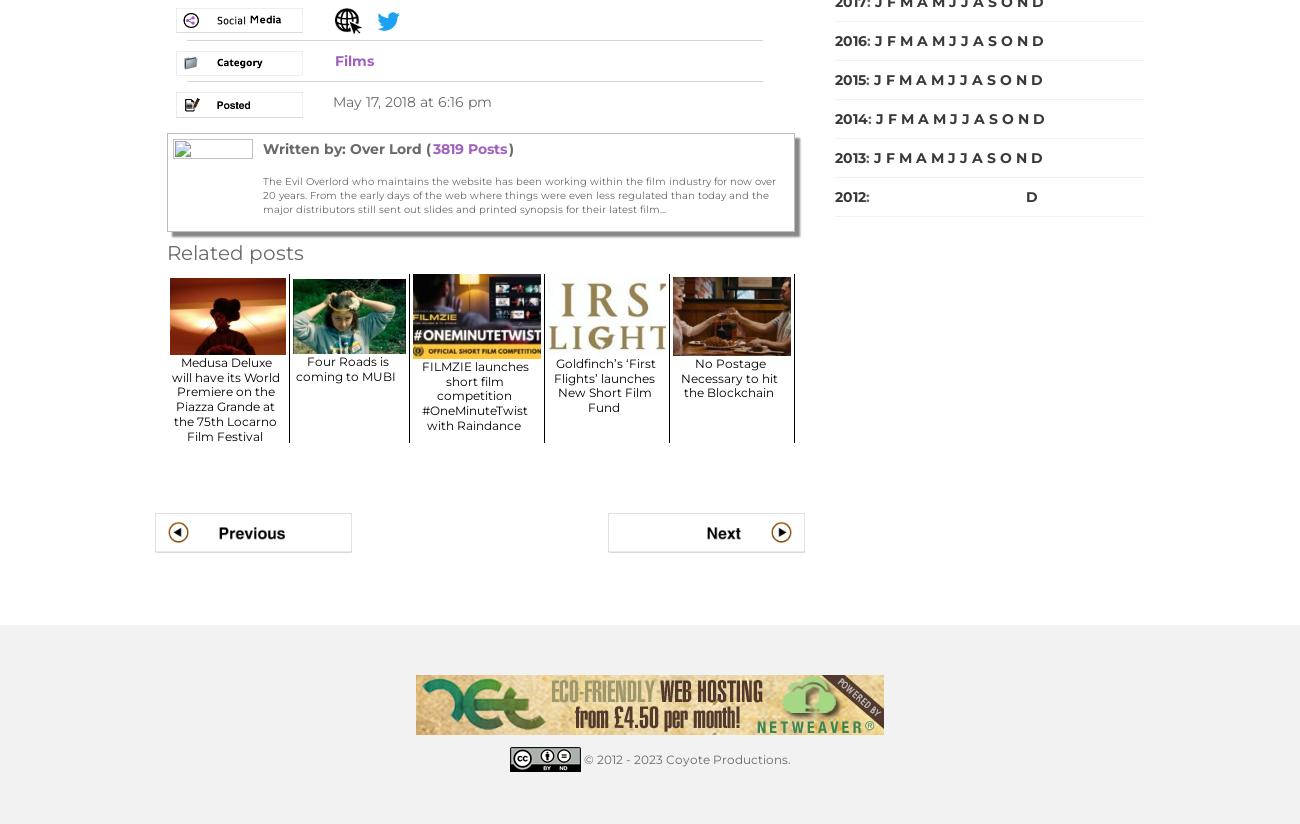 This screenshot has height=824, width=1300. I want to click on '2016', so click(850, 39).